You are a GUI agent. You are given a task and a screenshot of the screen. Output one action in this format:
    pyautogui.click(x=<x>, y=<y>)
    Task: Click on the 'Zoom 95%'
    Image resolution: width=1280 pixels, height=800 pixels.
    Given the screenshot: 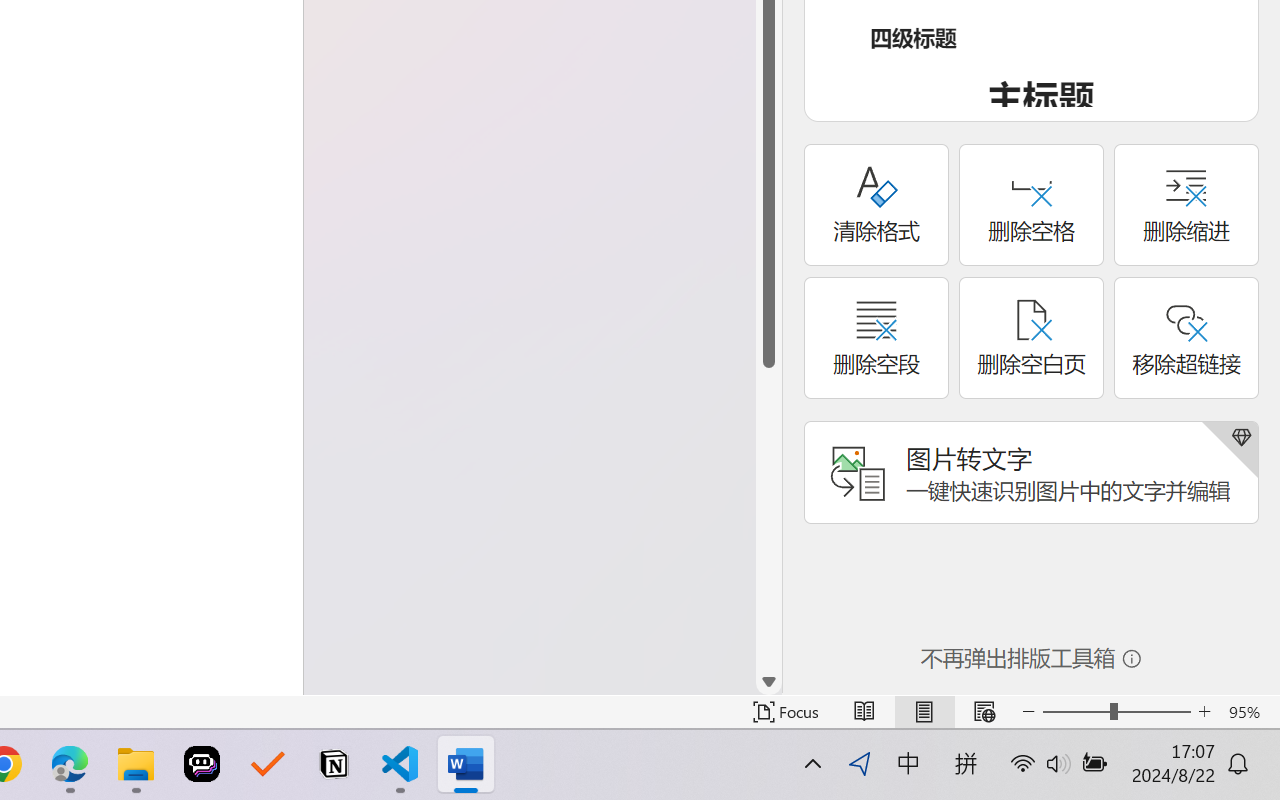 What is the action you would take?
    pyautogui.click(x=1248, y=711)
    